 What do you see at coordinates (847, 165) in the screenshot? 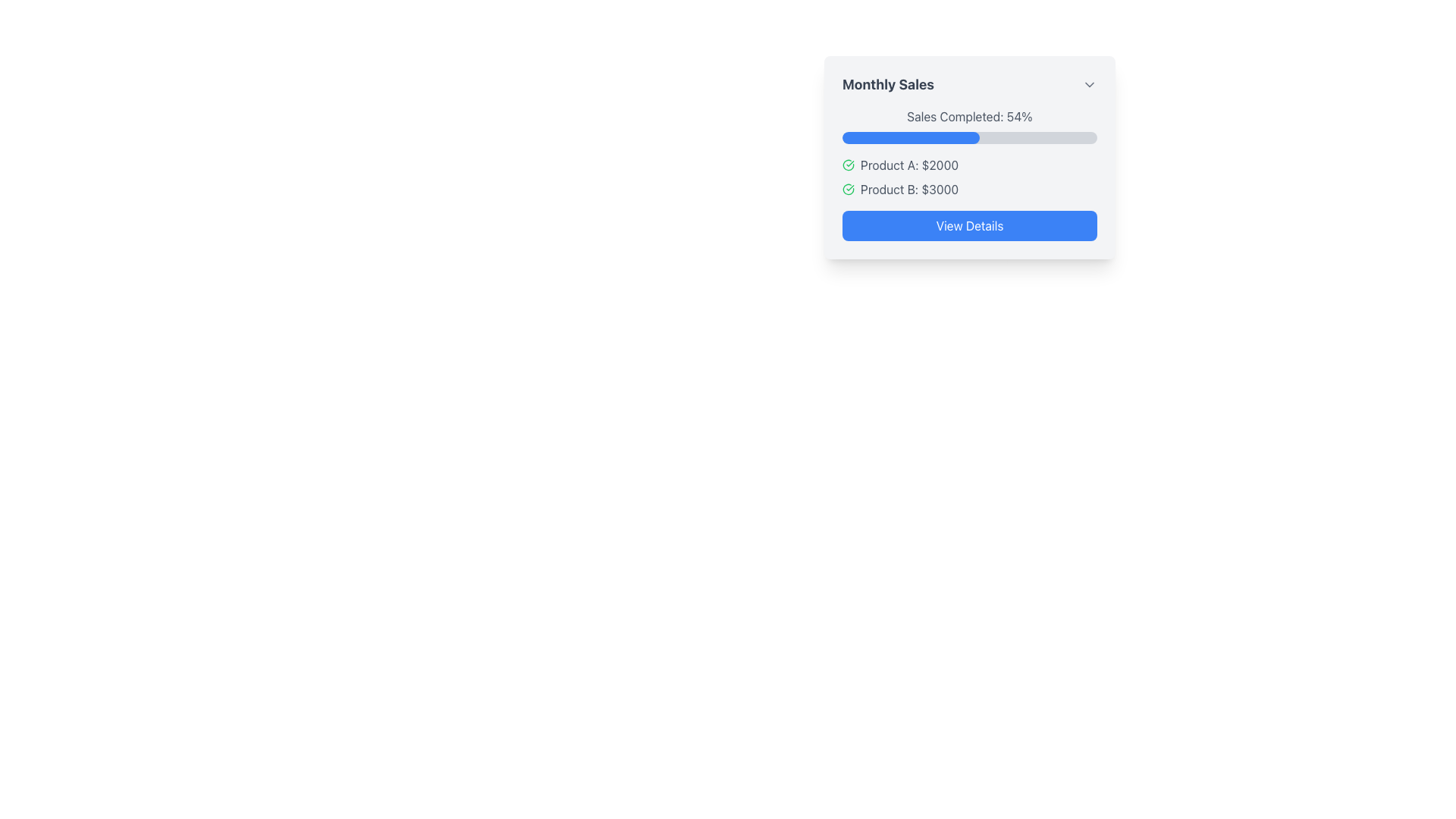
I see `the green circular Status indicator icon with a checkmark located to the left of the 'Product A: $2000' section` at bounding box center [847, 165].